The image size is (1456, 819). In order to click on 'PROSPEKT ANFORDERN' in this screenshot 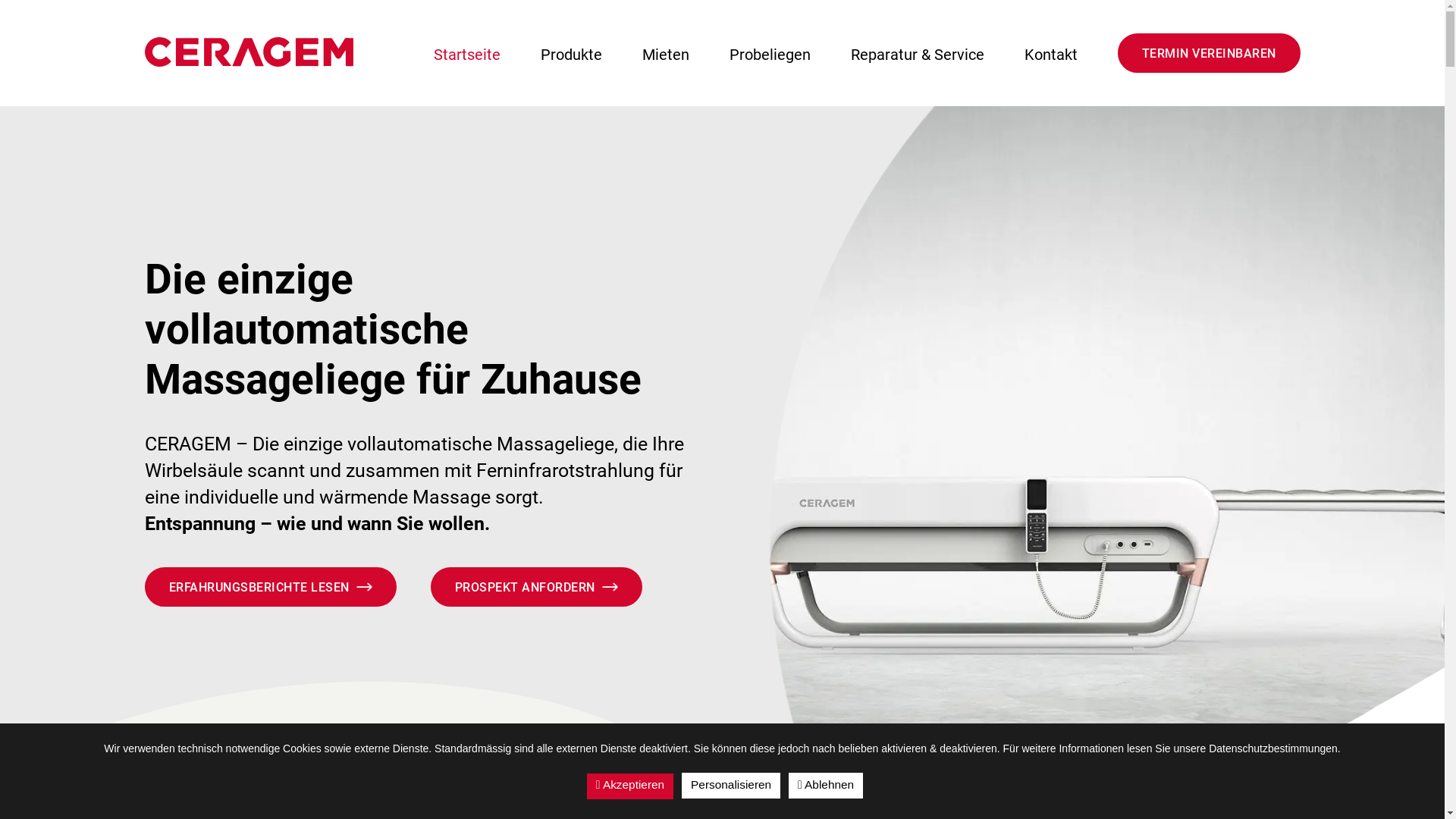, I will do `click(429, 586)`.